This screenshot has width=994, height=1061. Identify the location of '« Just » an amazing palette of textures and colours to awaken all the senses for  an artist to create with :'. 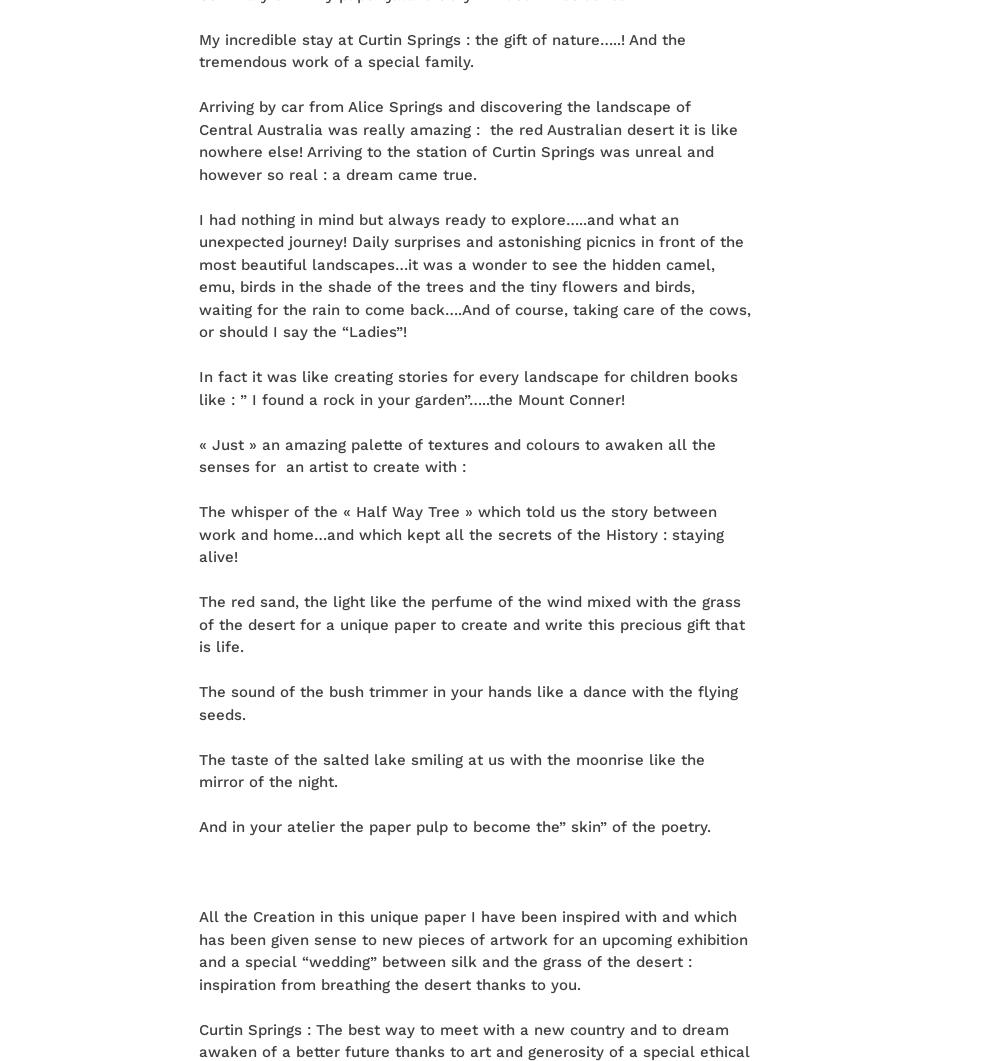
(197, 455).